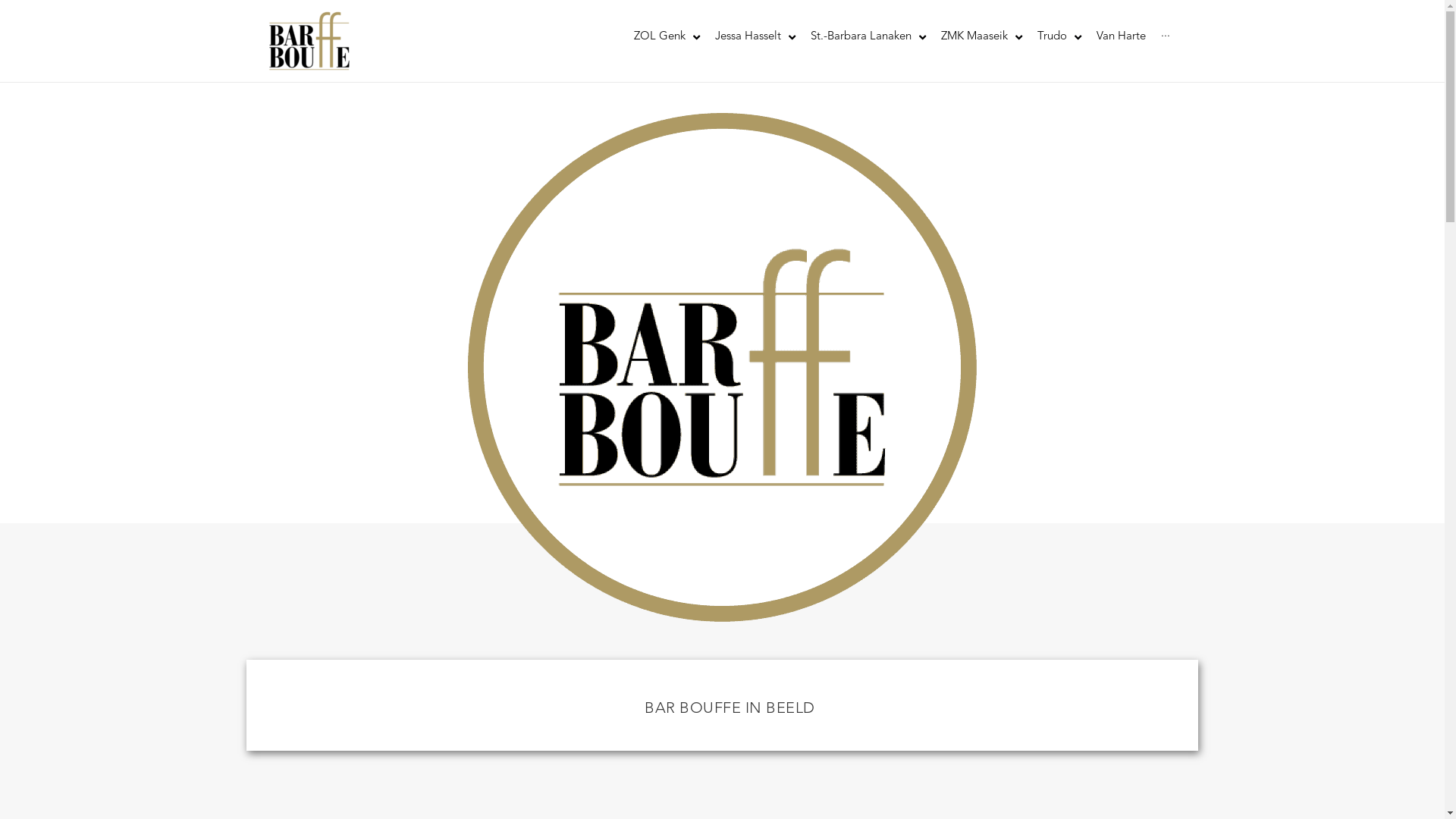 The image size is (1456, 819). I want to click on 'ZMK Maaseik', so click(981, 36).